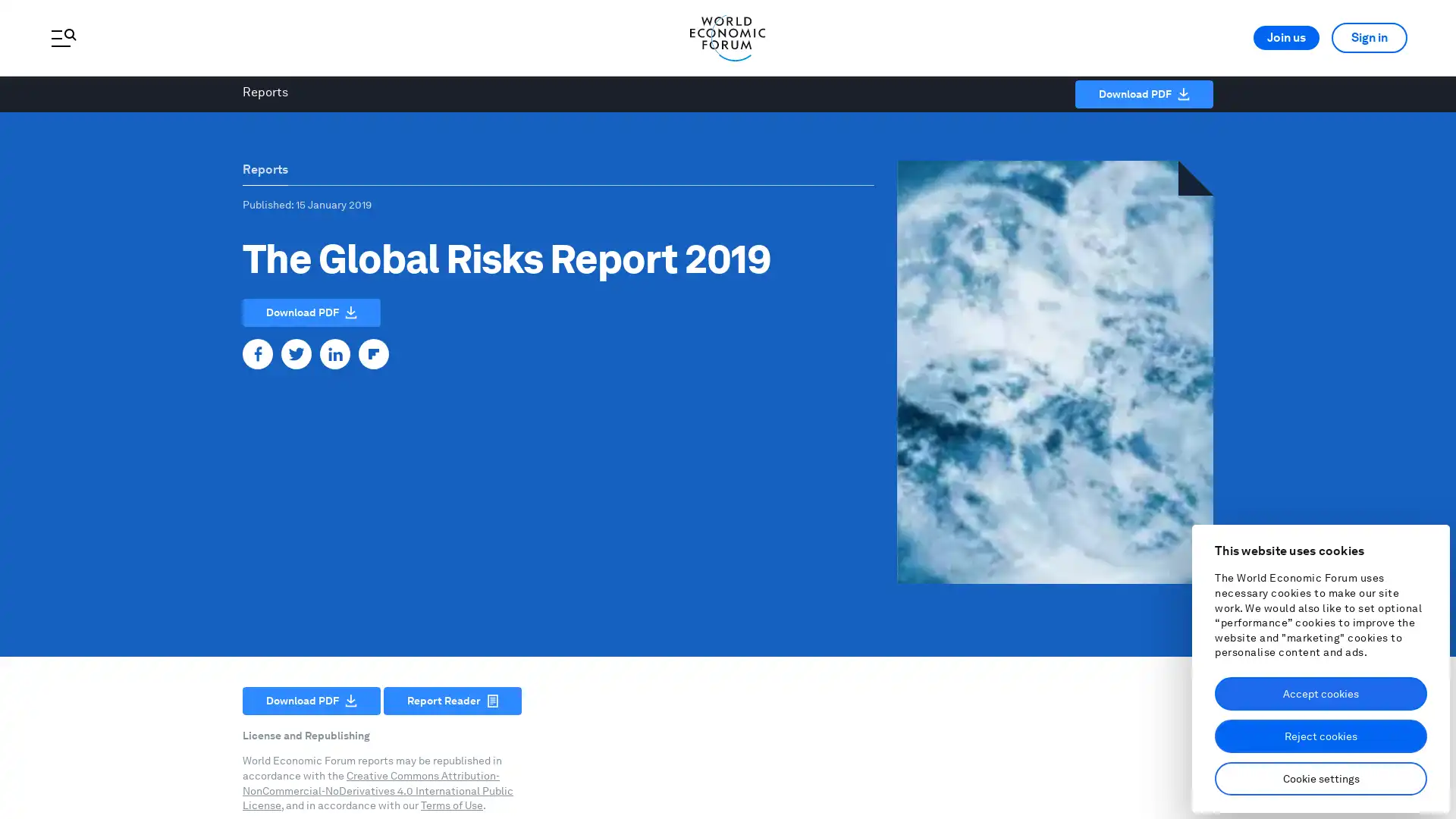 The width and height of the screenshot is (1456, 819). I want to click on Reject cookies, so click(1320, 736).